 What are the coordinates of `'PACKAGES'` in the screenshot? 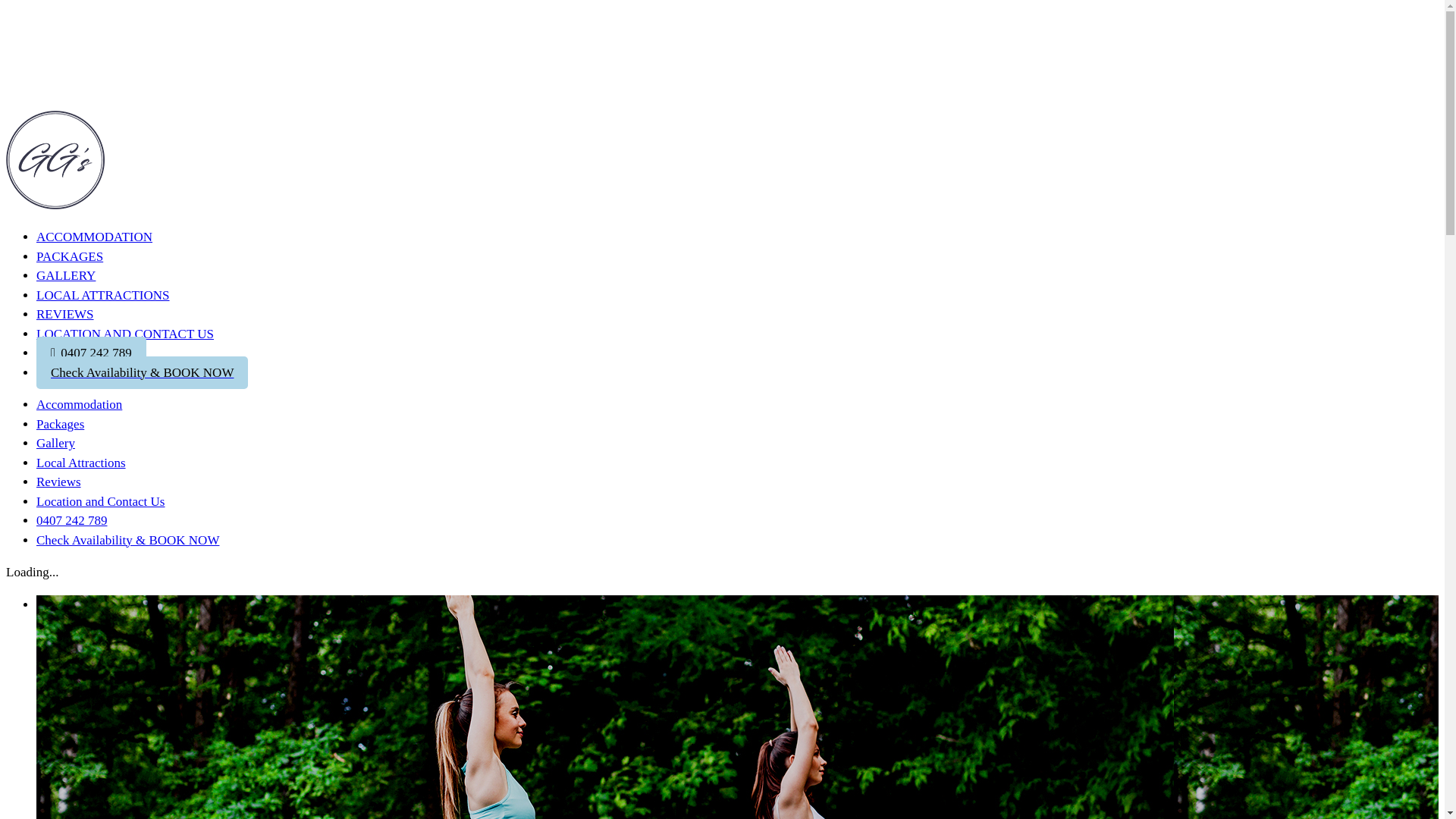 It's located at (68, 255).